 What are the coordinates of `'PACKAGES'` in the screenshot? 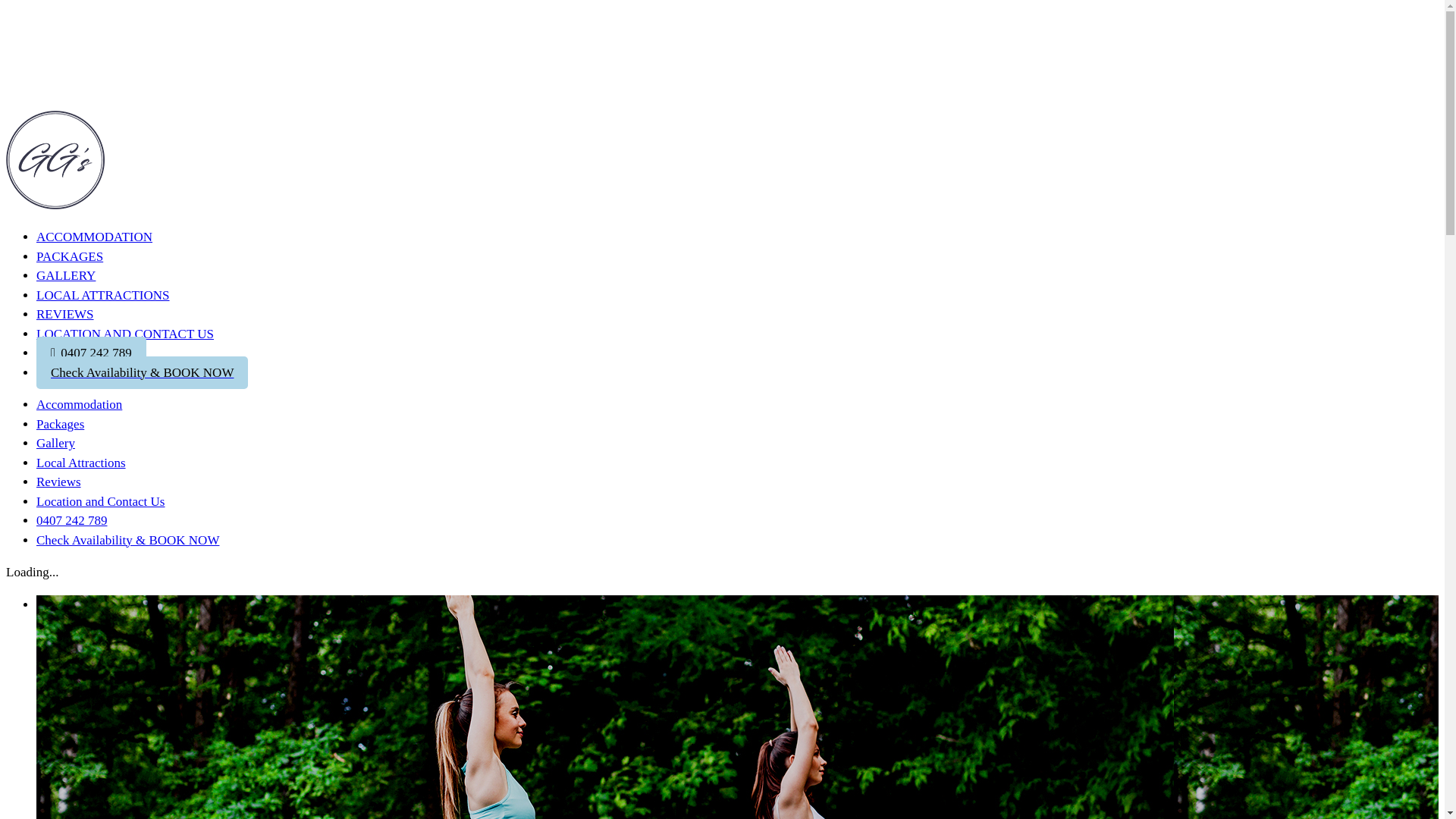 It's located at (68, 255).